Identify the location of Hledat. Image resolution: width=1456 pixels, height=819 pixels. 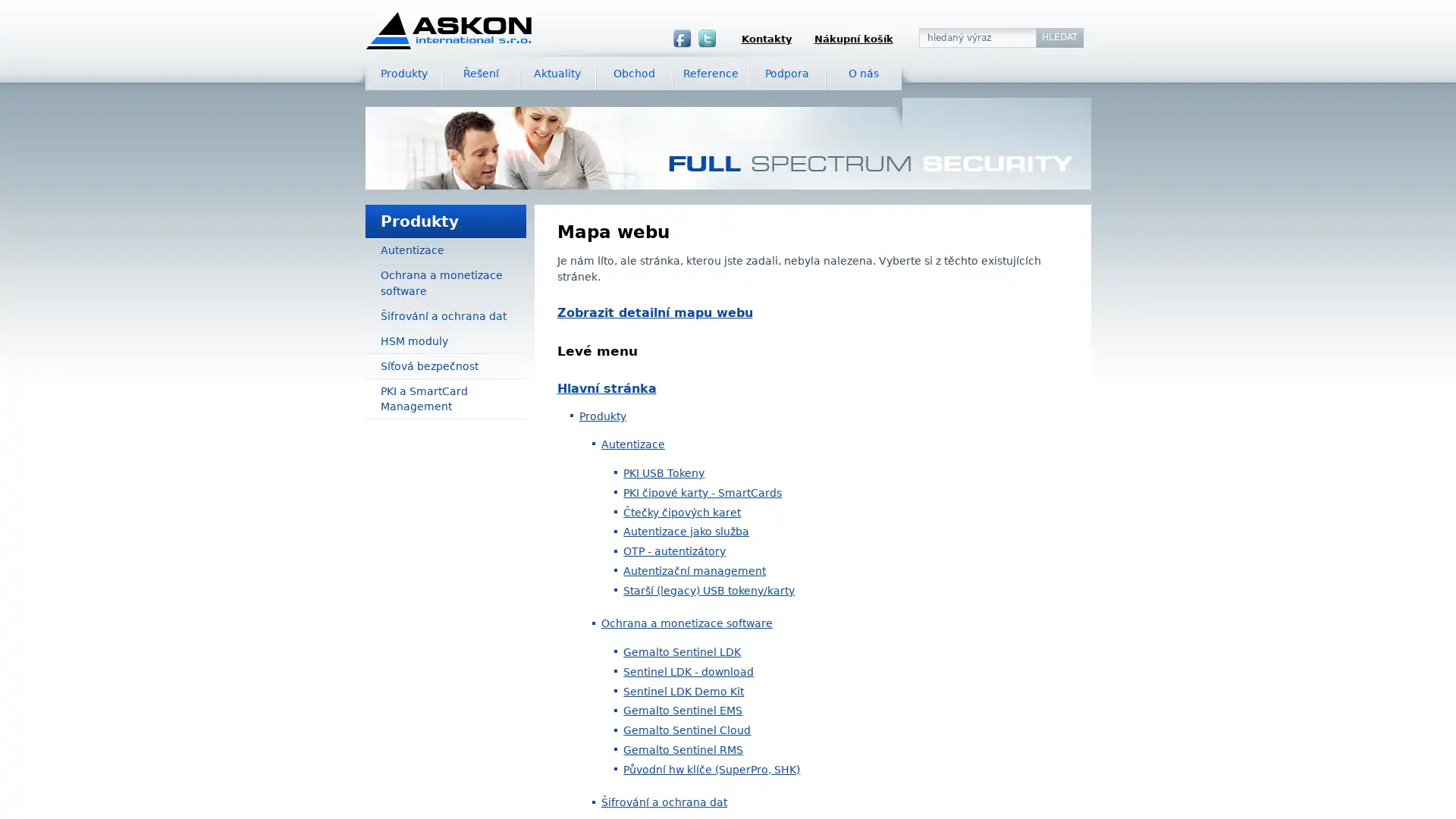
(1059, 37).